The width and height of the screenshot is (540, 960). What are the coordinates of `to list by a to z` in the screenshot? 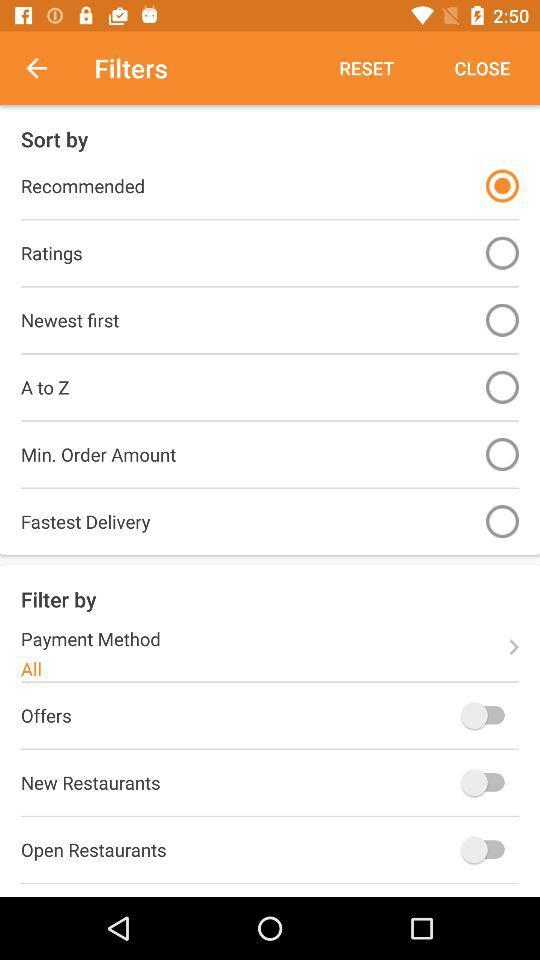 It's located at (501, 386).